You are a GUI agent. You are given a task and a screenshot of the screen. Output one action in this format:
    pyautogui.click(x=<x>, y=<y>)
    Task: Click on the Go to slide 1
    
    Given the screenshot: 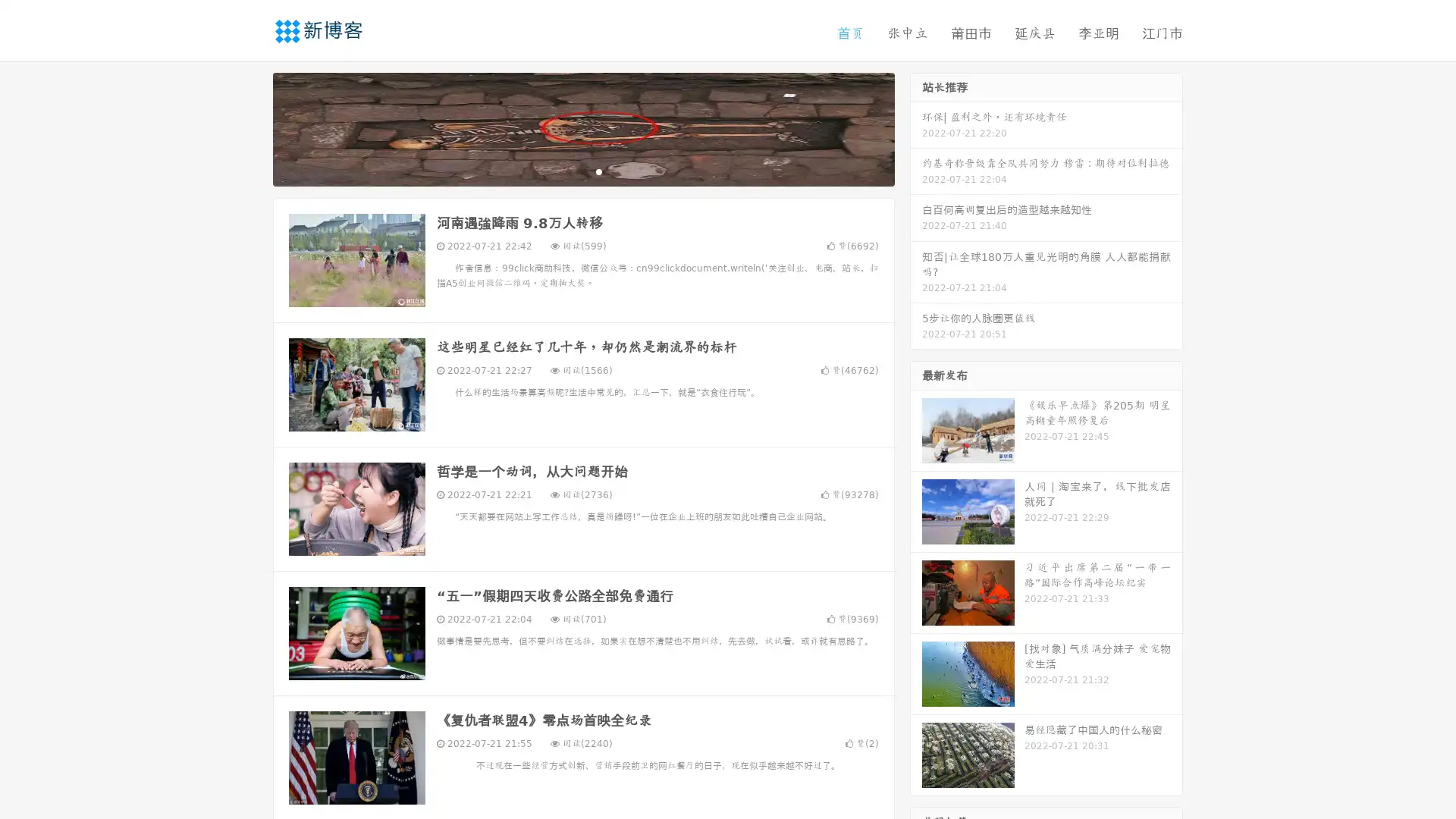 What is the action you would take?
    pyautogui.click(x=567, y=171)
    